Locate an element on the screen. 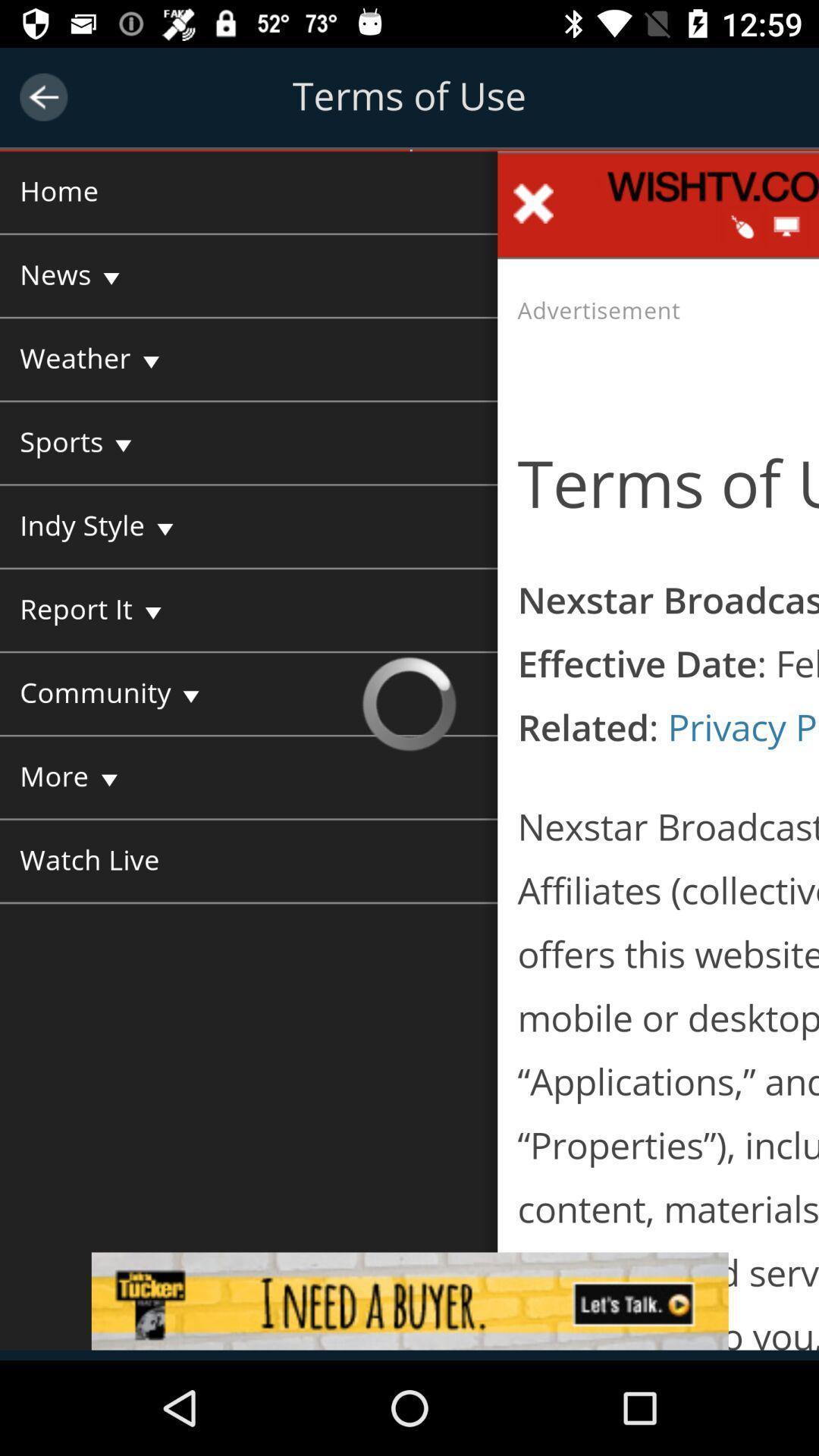 Image resolution: width=819 pixels, height=1456 pixels. the arrow_backward icon is located at coordinates (42, 96).